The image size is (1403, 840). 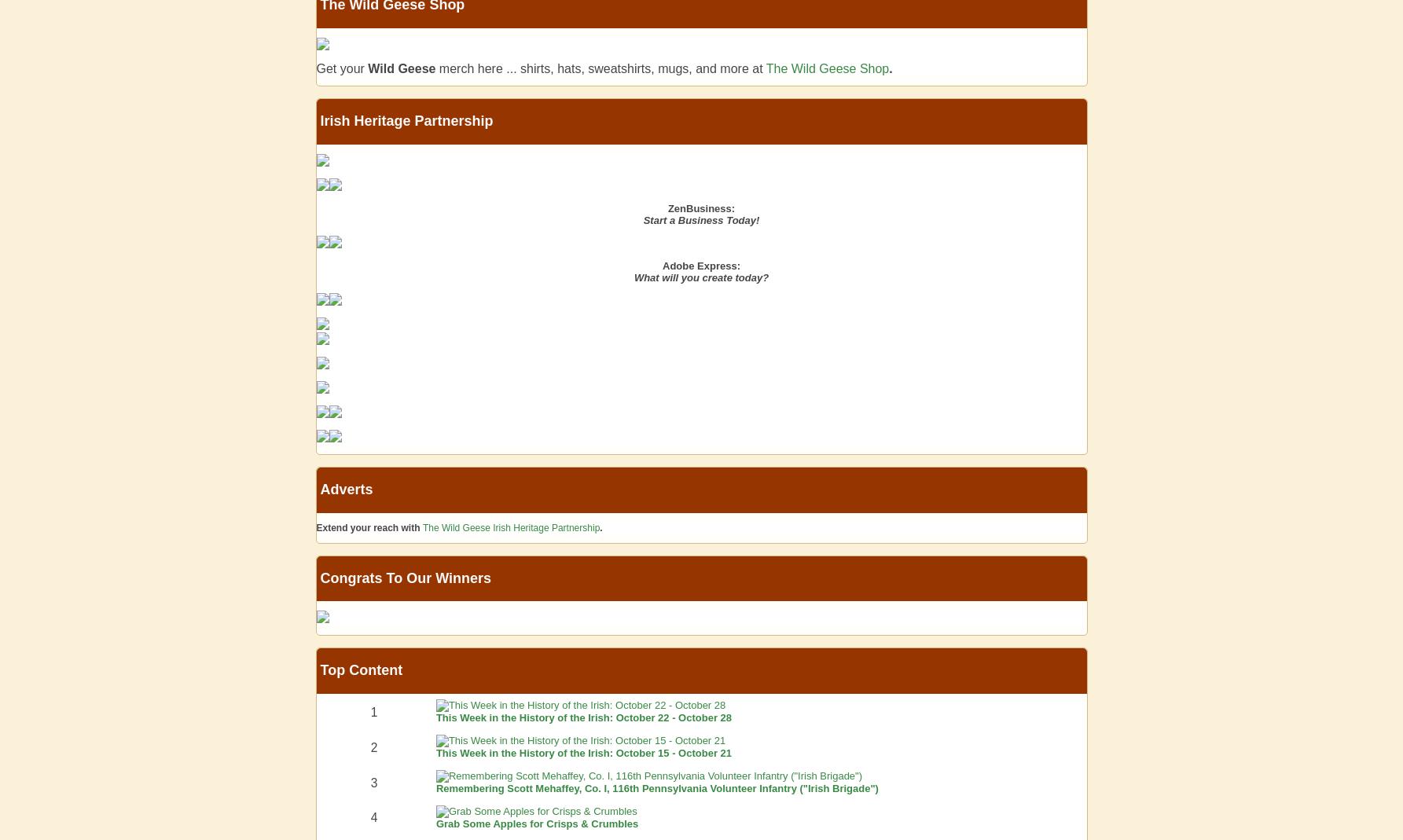 What do you see at coordinates (700, 218) in the screenshot?
I see `'Start a Business Today!'` at bounding box center [700, 218].